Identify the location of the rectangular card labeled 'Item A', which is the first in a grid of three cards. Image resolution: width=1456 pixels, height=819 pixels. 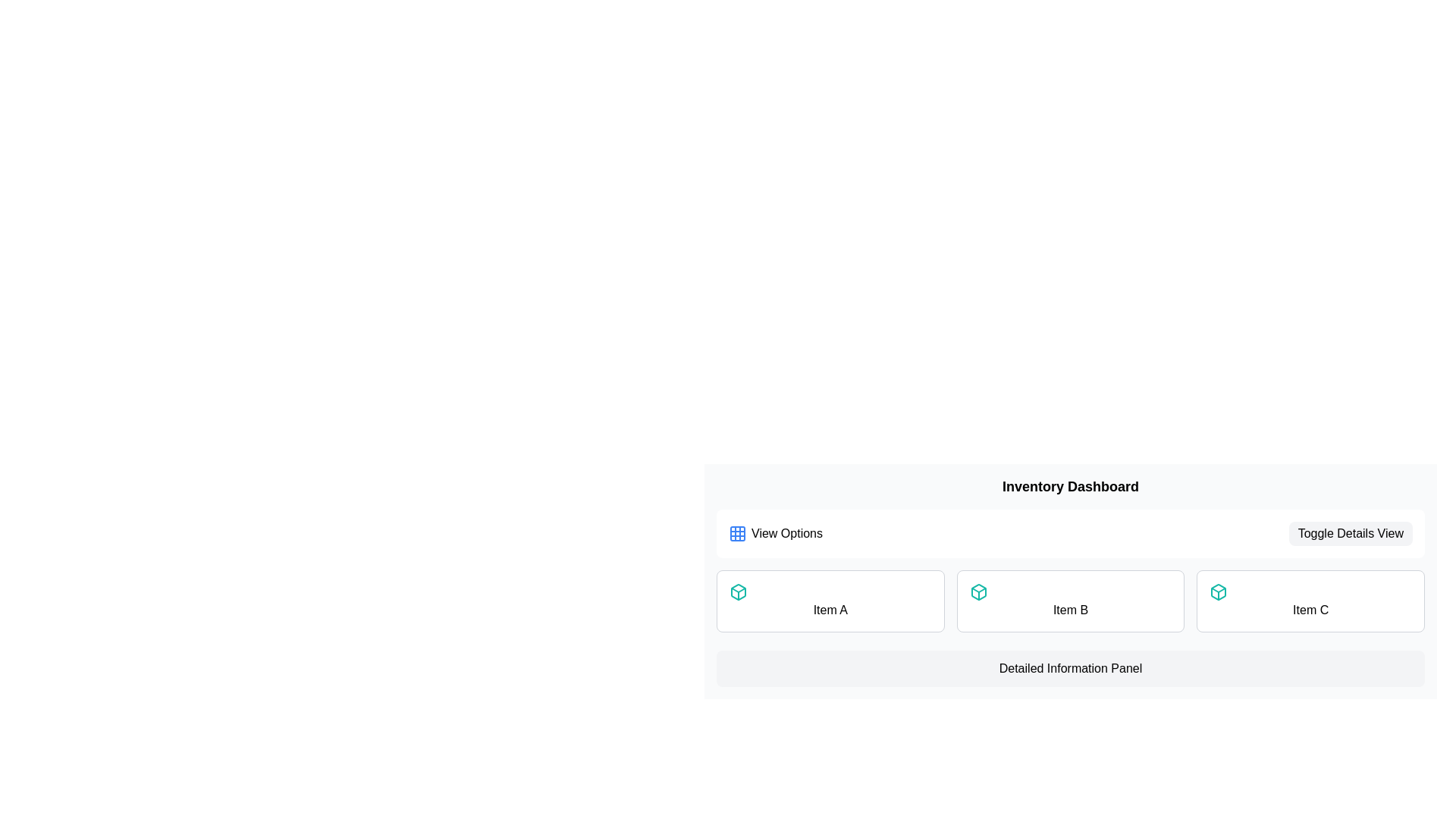
(830, 601).